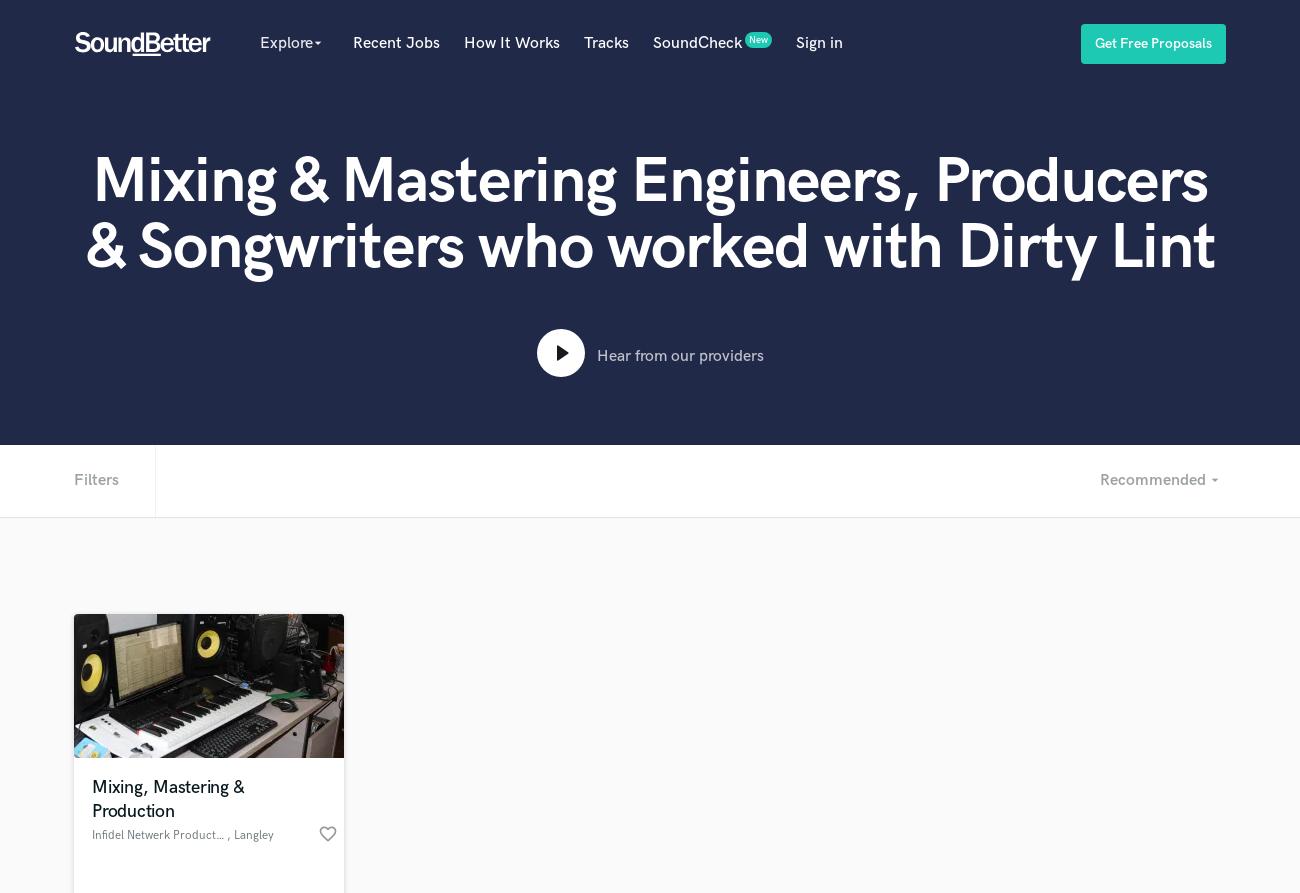 The image size is (1300, 893). Describe the element at coordinates (678, 356) in the screenshot. I see `'Hear from our providers'` at that location.